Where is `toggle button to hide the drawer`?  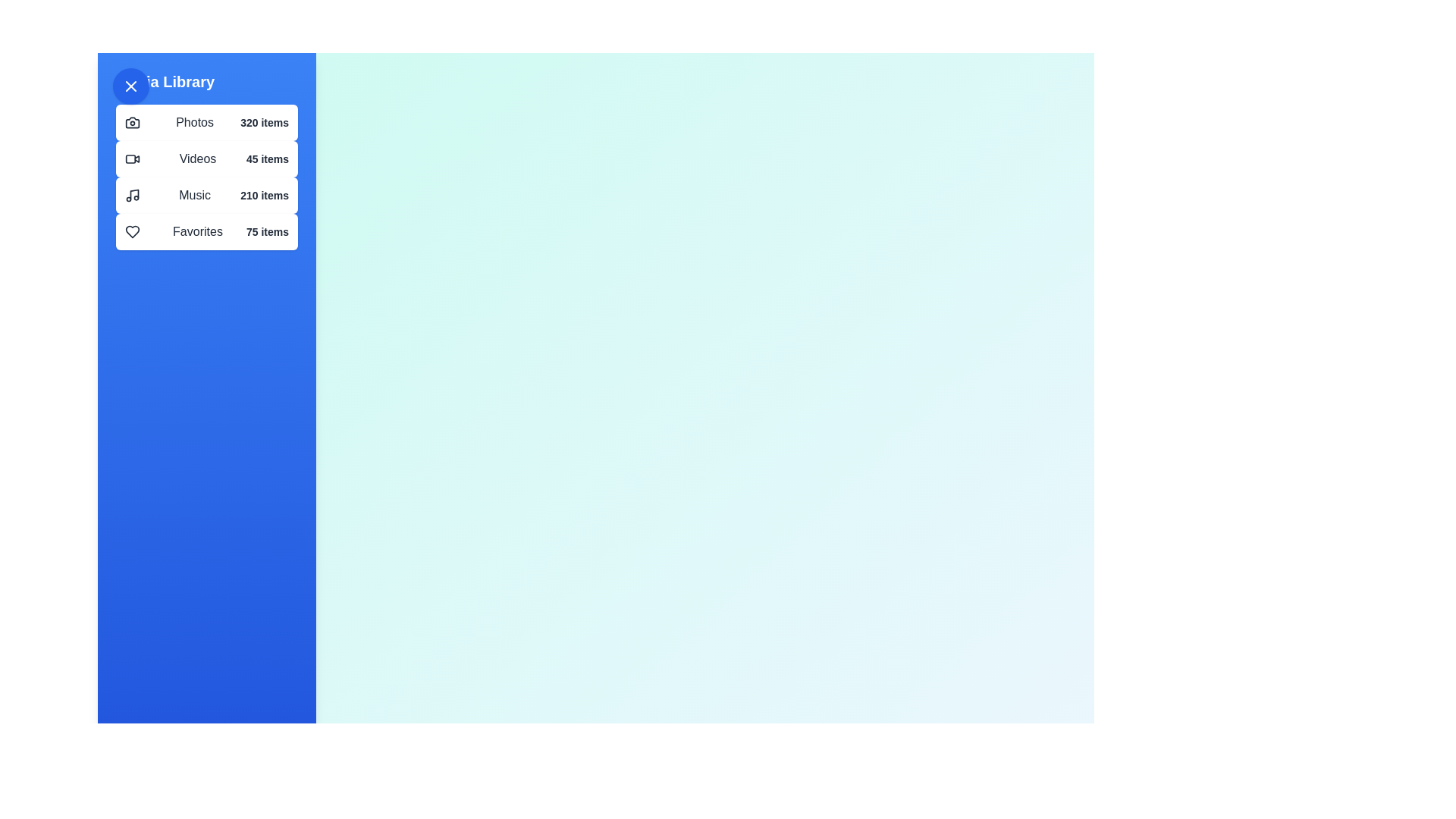
toggle button to hide the drawer is located at coordinates (130, 86).